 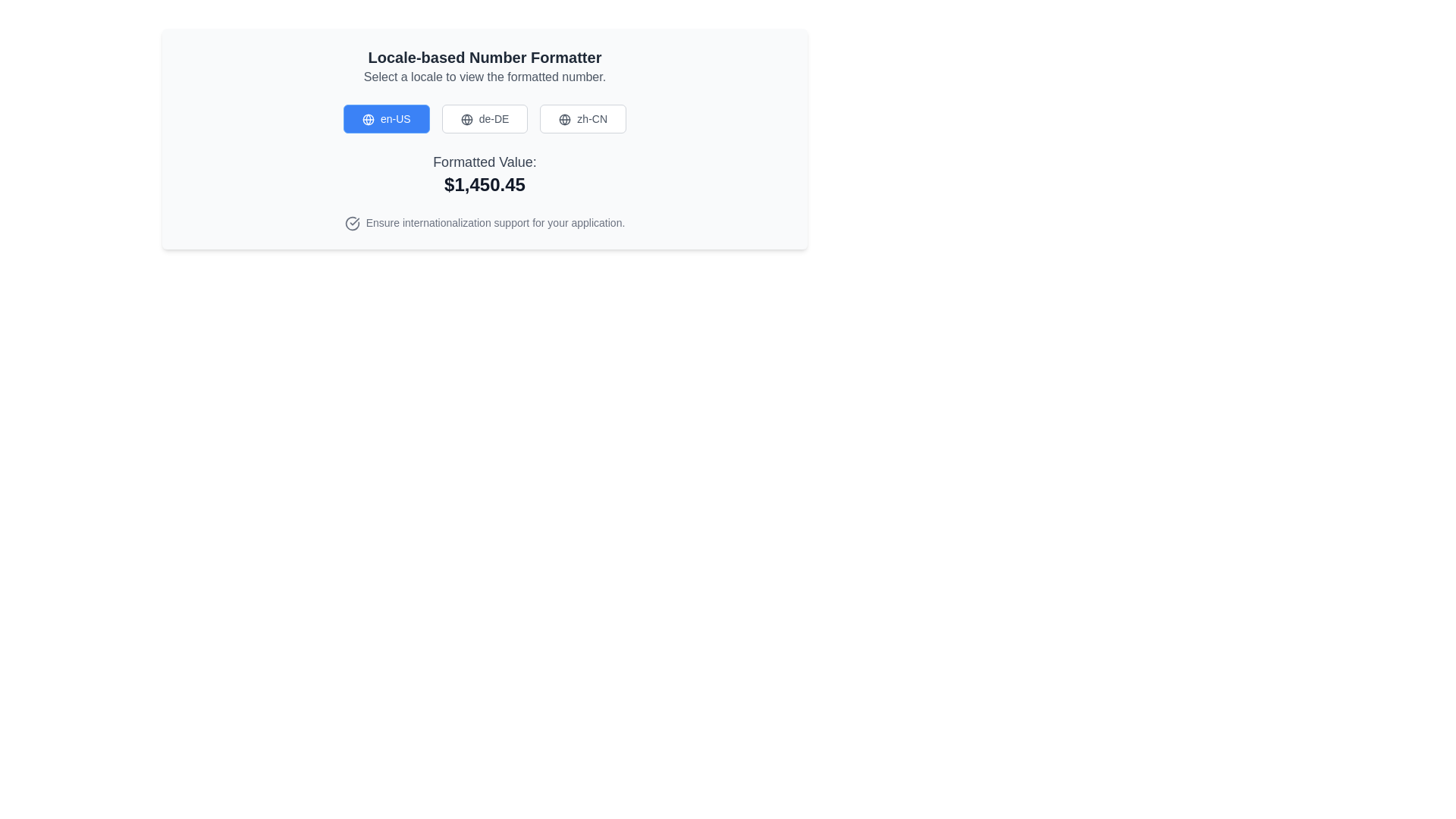 I want to click on the Button Group element labeled 'en-US', 'de-DE', and 'zh-CN', so click(x=484, y=118).